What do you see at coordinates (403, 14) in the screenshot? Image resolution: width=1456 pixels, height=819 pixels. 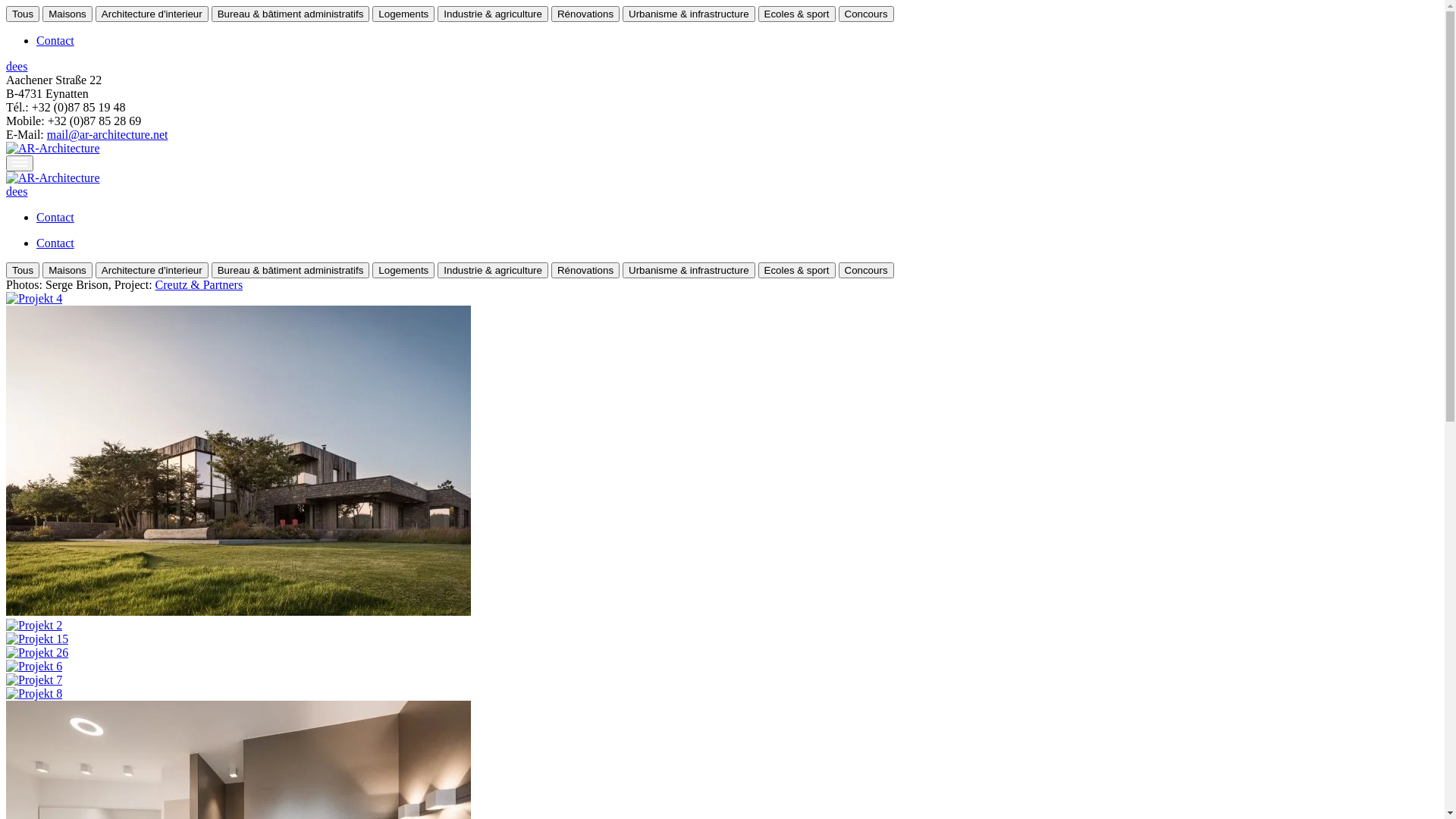 I see `'Logements'` at bounding box center [403, 14].